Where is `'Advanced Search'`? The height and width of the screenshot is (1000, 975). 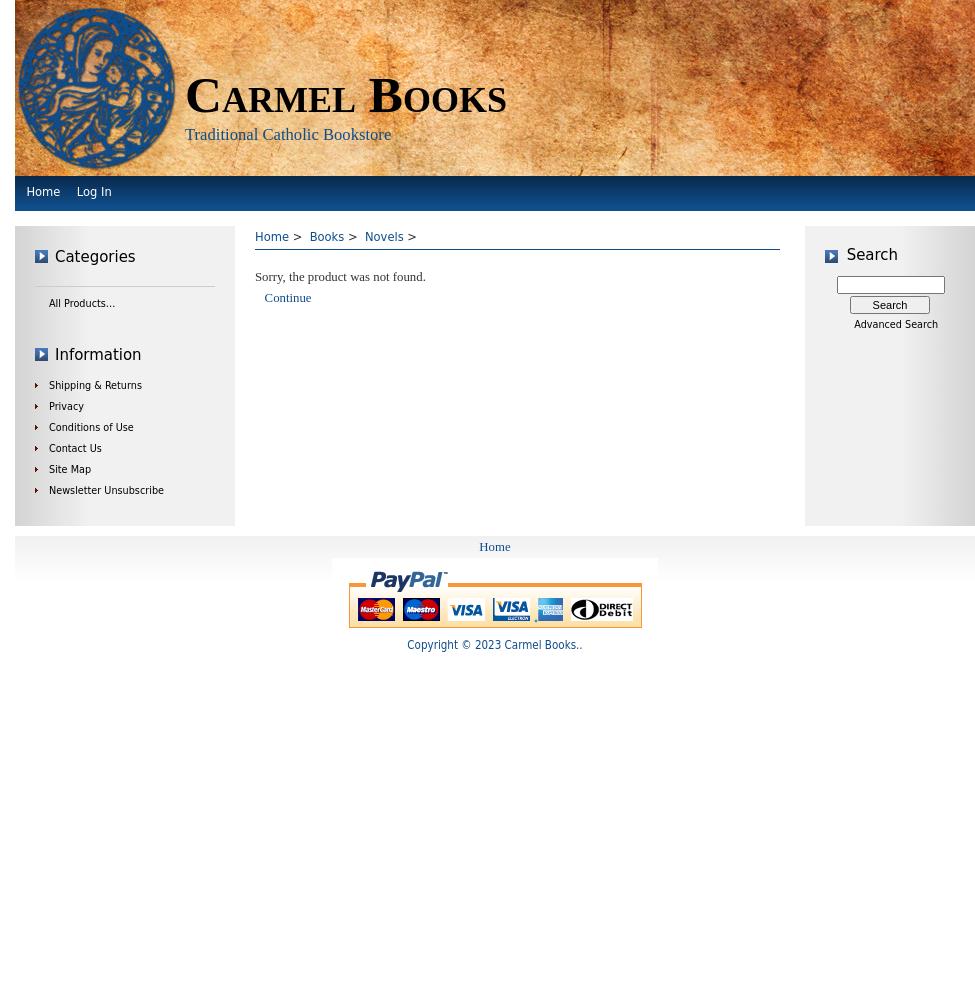 'Advanced Search' is located at coordinates (895, 323).